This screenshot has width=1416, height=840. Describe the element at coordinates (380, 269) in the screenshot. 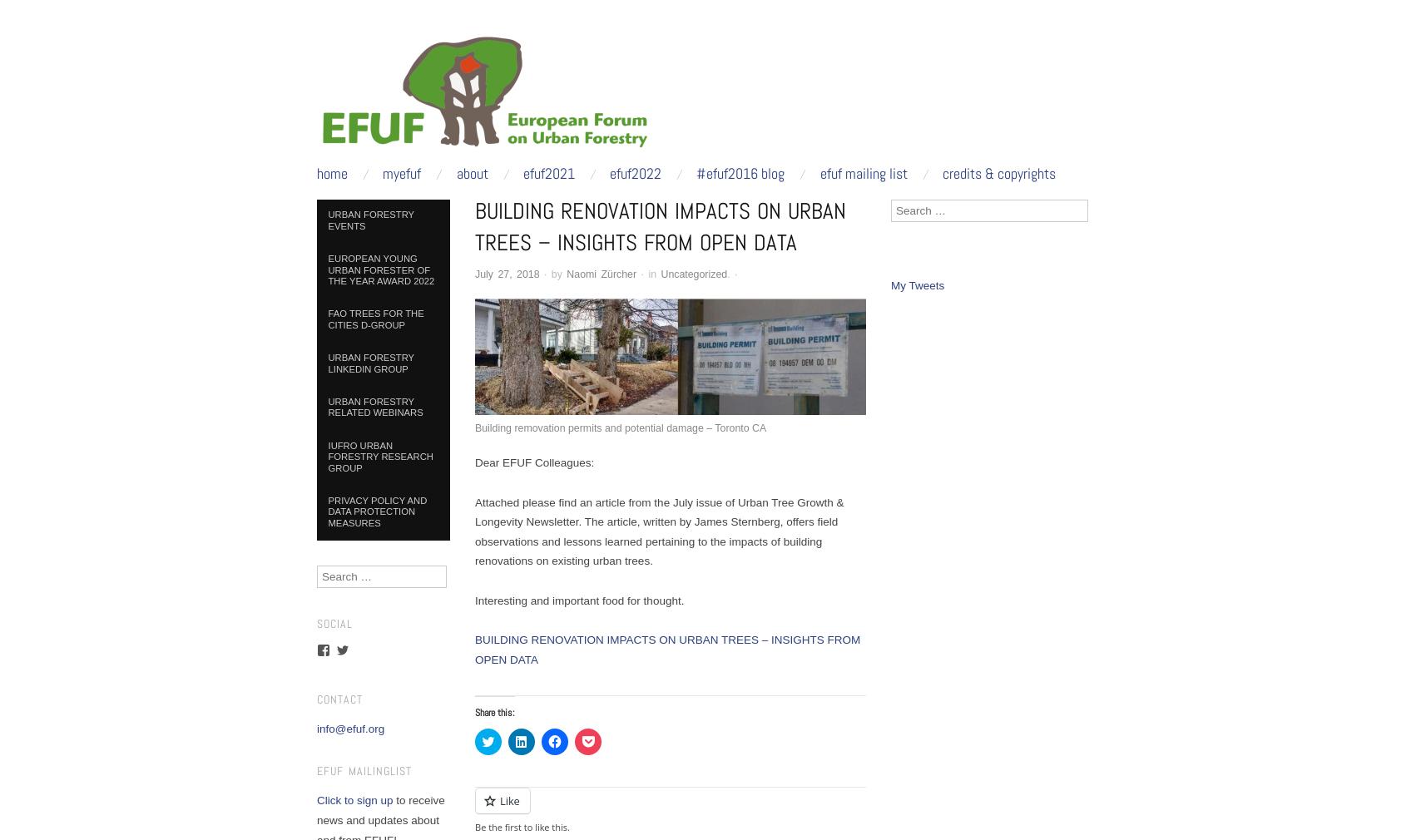

I see `'European Young Urban Forester of the Year Award 2022'` at that location.